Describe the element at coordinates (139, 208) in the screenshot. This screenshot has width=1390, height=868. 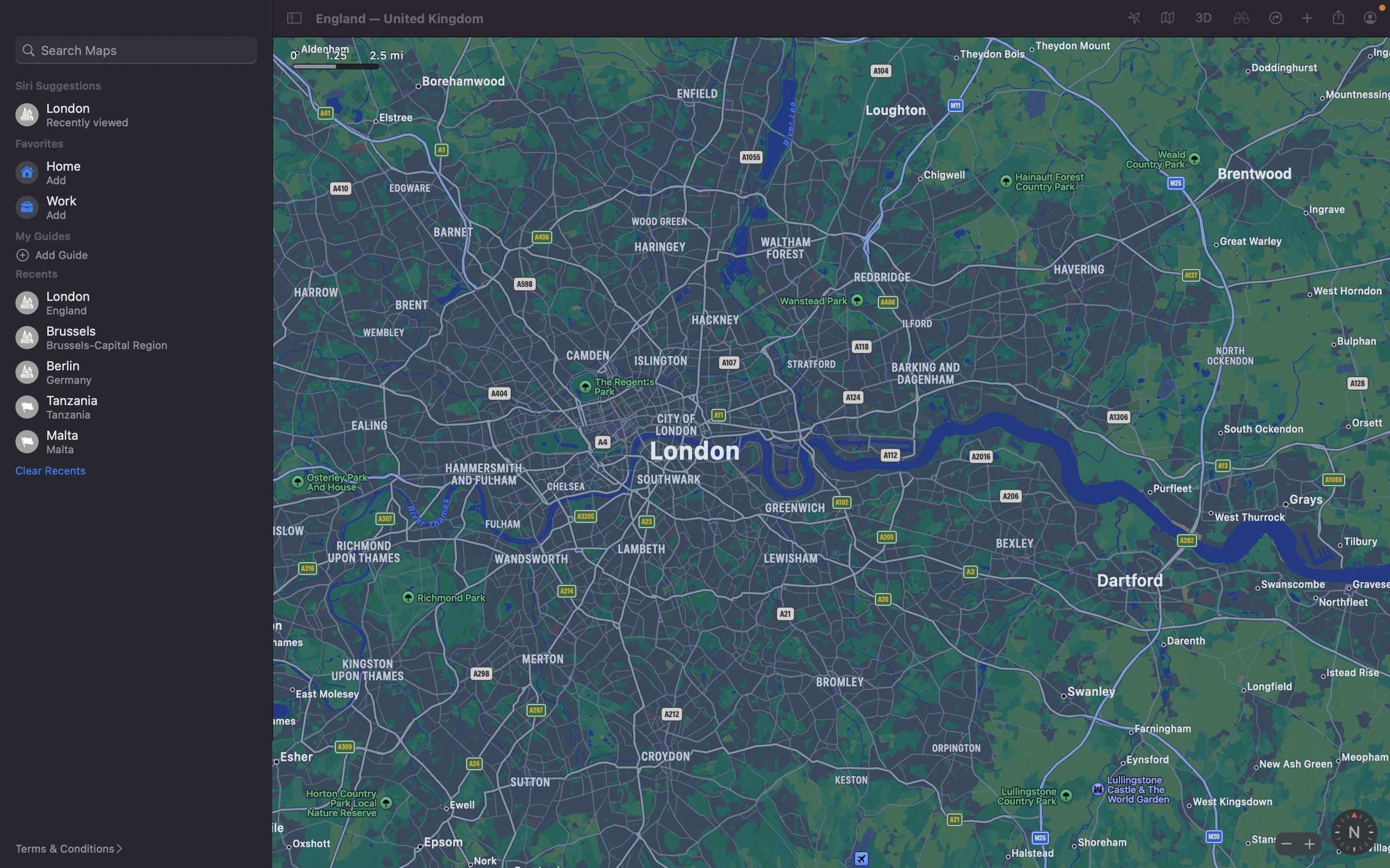
I see `Incorporate a new office location` at that location.